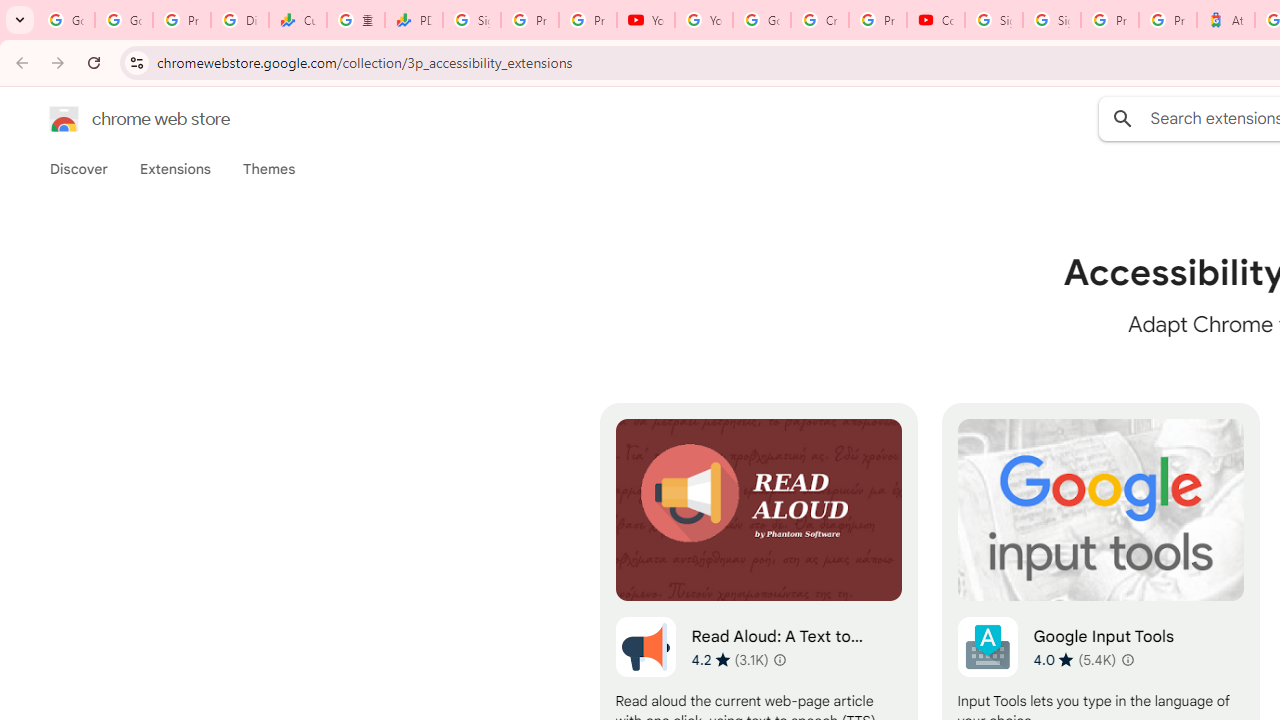 This screenshot has width=1280, height=720. Describe the element at coordinates (1225, 20) in the screenshot. I see `'Atour Hotel - Google hotels'` at that location.